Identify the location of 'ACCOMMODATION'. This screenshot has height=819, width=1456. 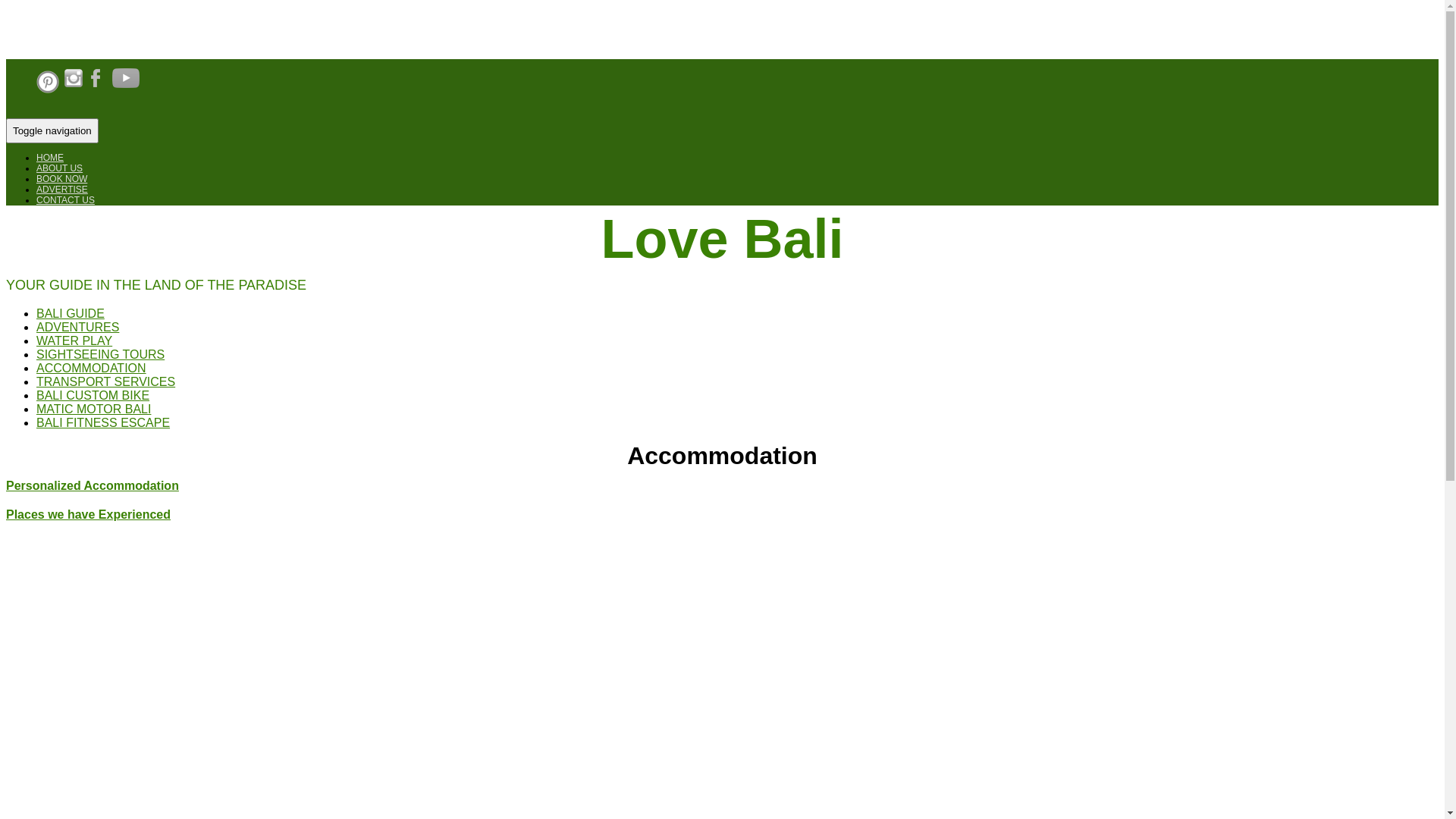
(90, 368).